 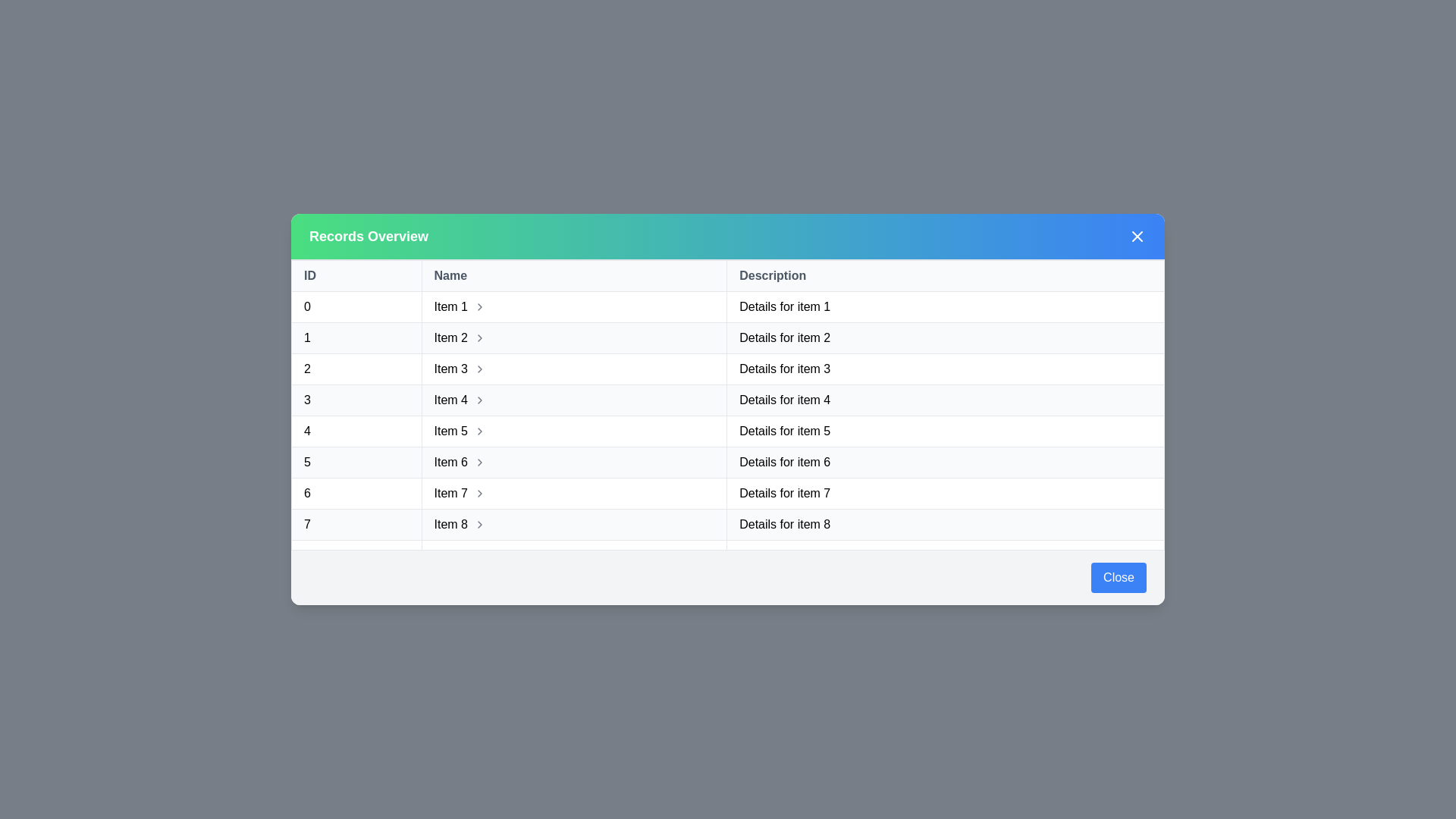 I want to click on the 'Close' button to close the dialog, so click(x=1118, y=578).